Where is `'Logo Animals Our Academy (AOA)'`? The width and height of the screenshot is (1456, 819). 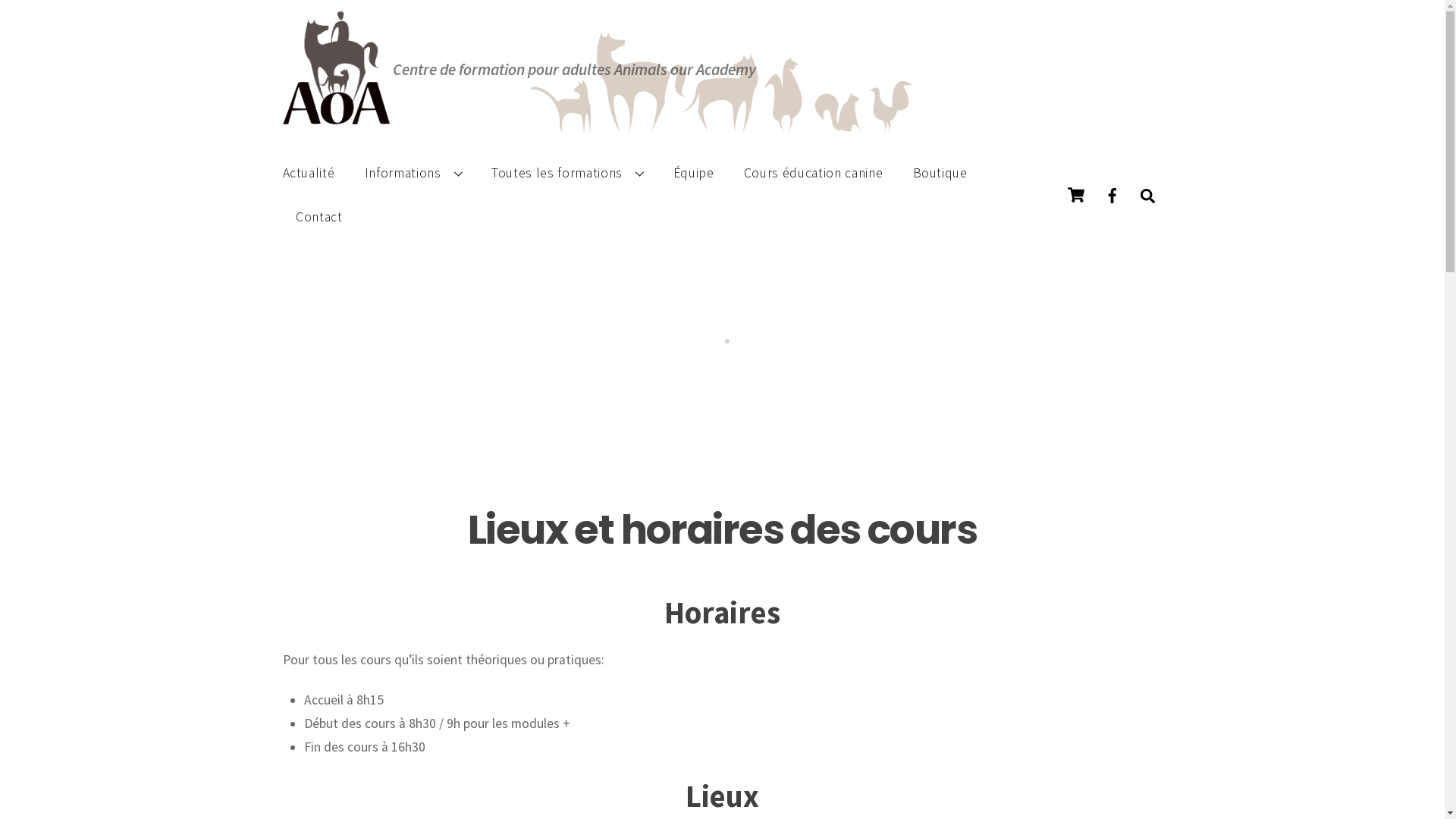
'Logo Animals Our Academy (AOA)' is located at coordinates (282, 66).